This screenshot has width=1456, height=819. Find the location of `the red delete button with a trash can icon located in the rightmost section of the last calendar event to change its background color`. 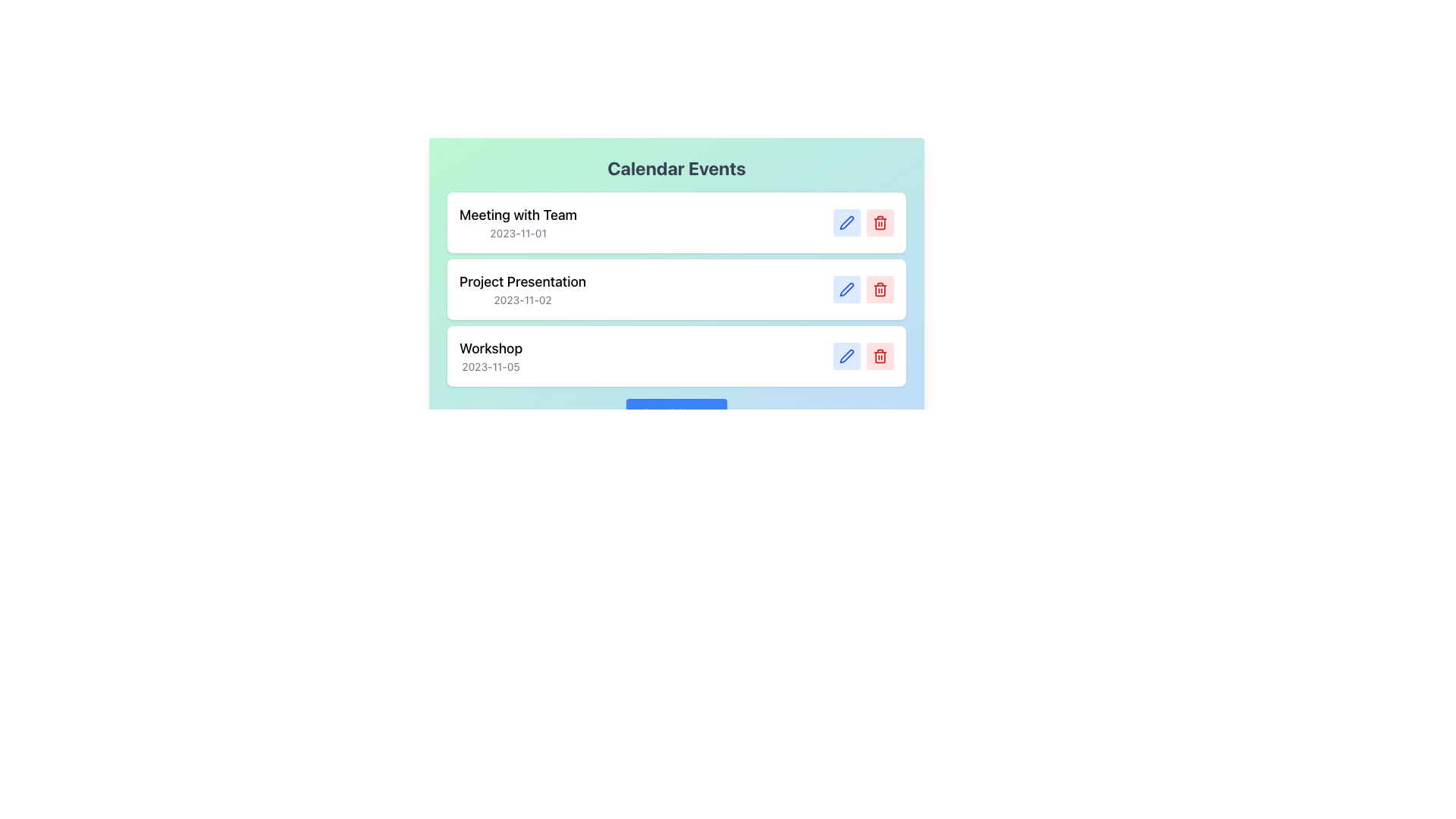

the red delete button with a trash can icon located in the rightmost section of the last calendar event to change its background color is located at coordinates (880, 356).